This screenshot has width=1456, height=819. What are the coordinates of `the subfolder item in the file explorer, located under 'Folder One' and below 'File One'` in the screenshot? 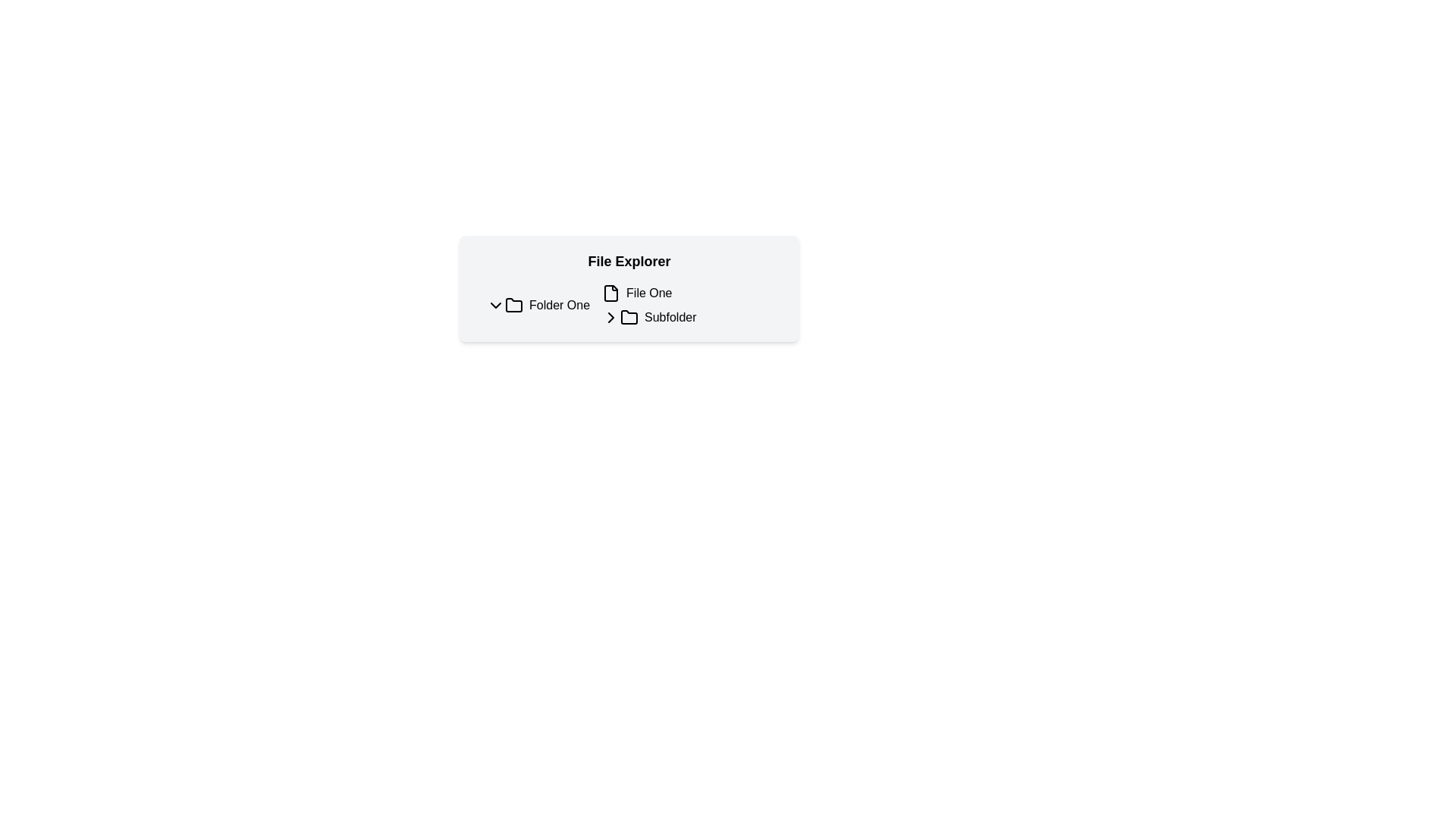 It's located at (643, 305).